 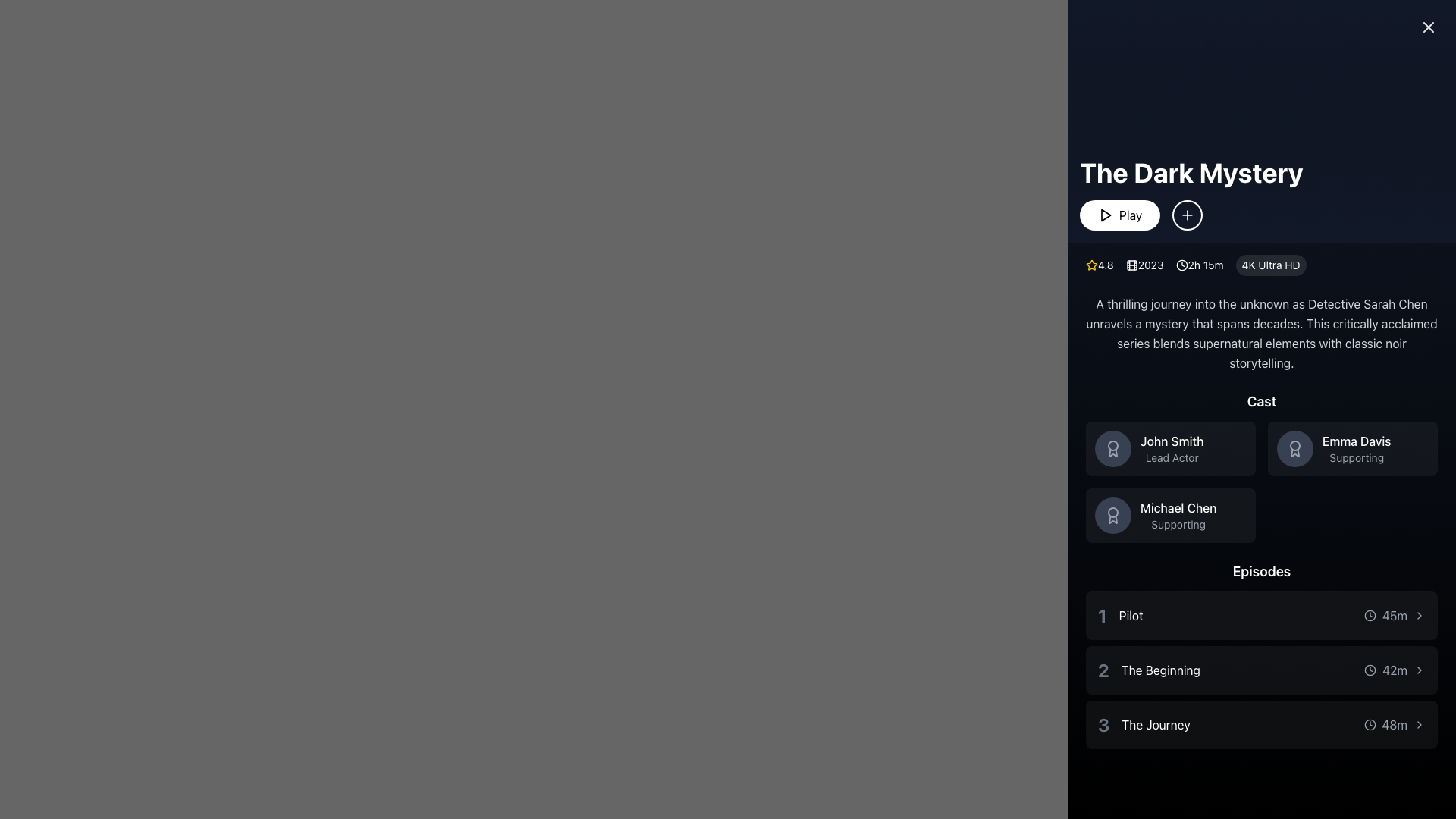 What do you see at coordinates (1427, 27) in the screenshot?
I see `the close icon represented by an 'X' in the top-right corner of the interface` at bounding box center [1427, 27].